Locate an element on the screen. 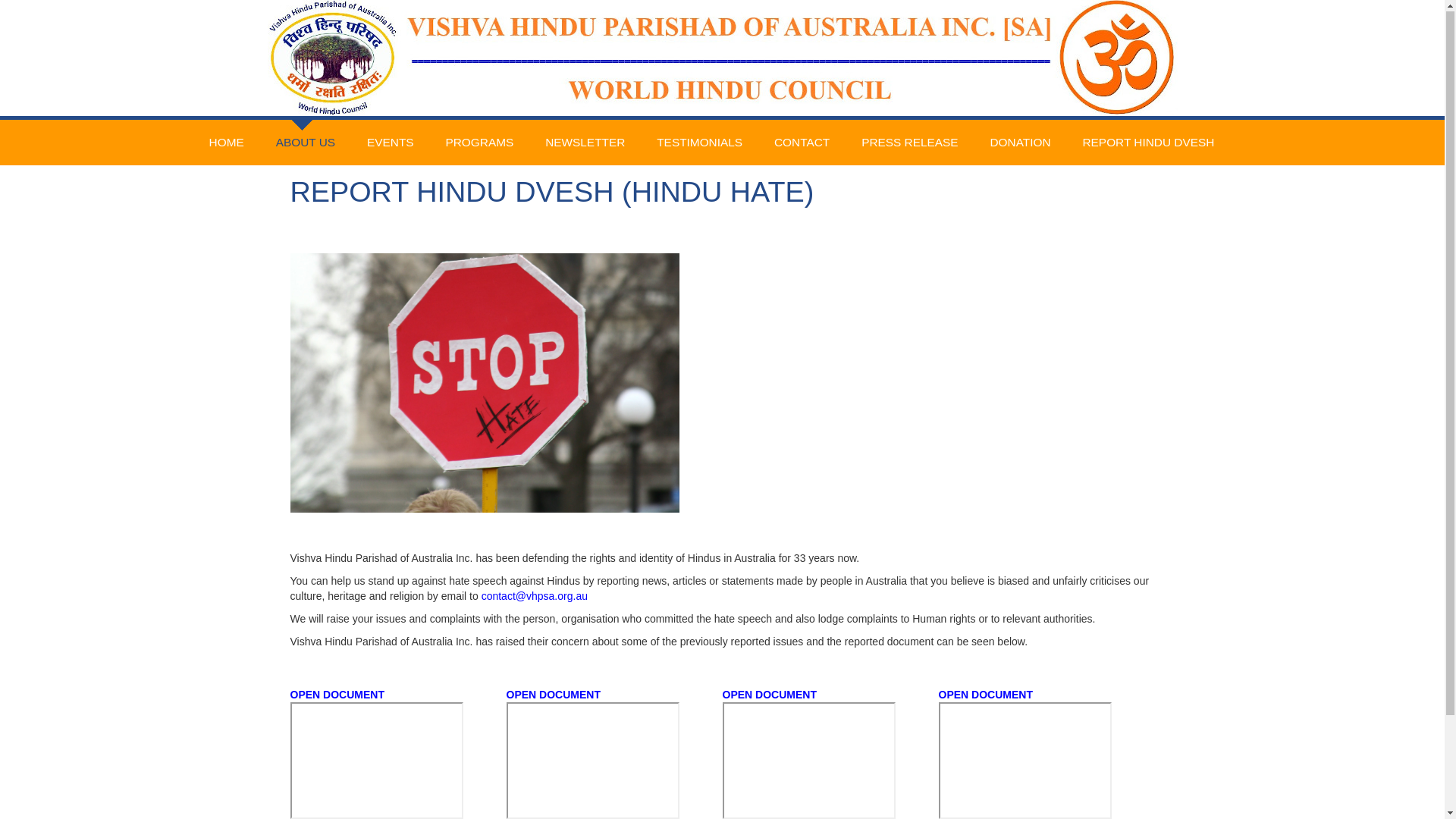  'PRESS RELEASE' is located at coordinates (909, 143).